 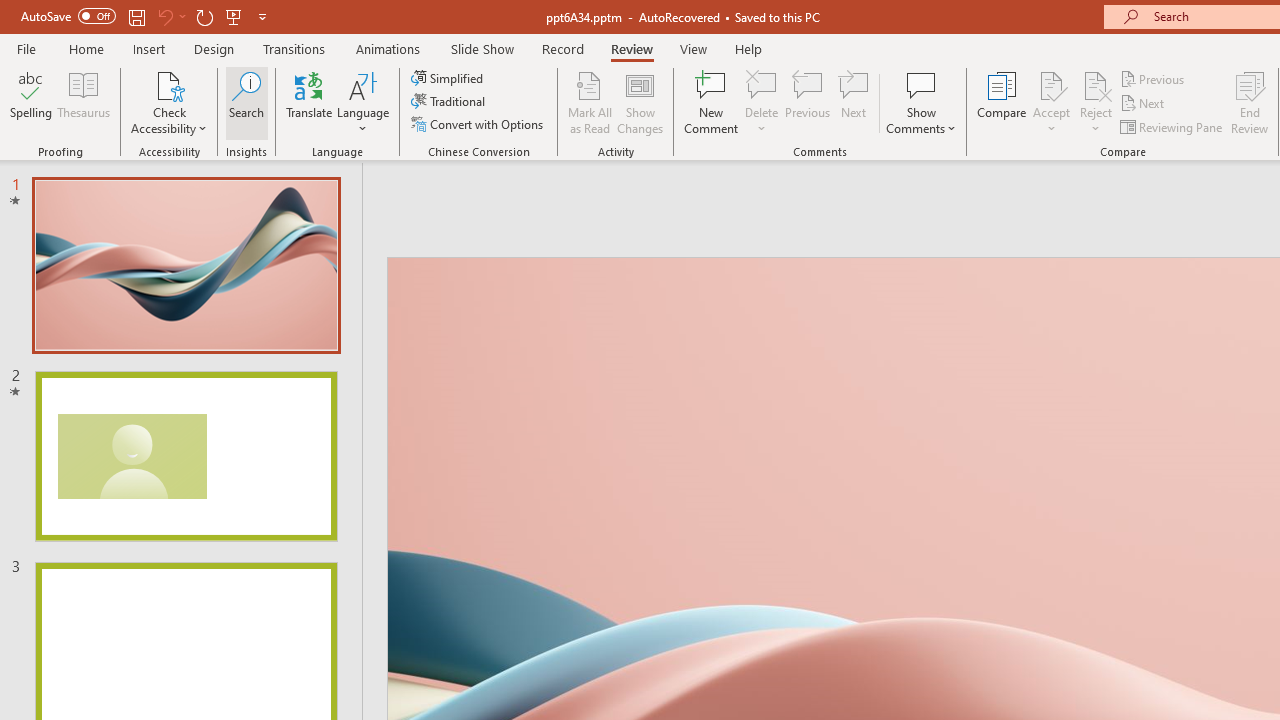 What do you see at coordinates (1050, 84) in the screenshot?
I see `'Accept Change'` at bounding box center [1050, 84].